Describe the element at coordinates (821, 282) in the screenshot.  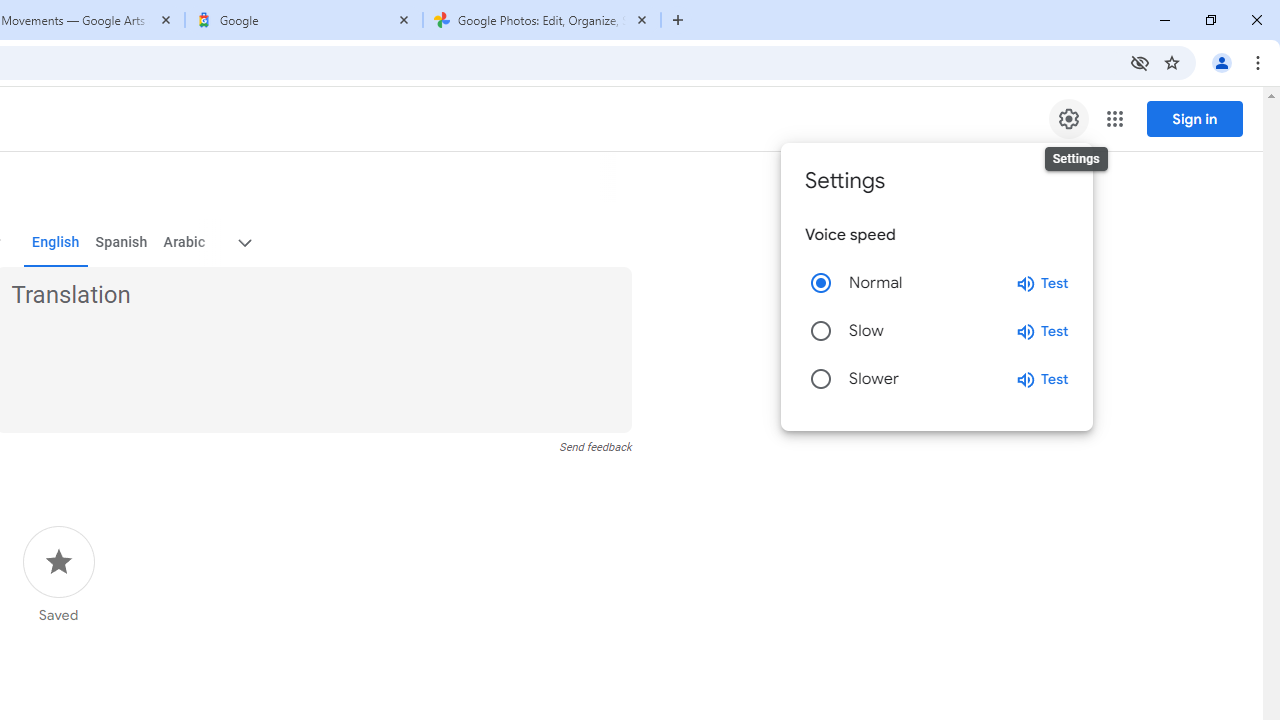
I see `'Normal'` at that location.